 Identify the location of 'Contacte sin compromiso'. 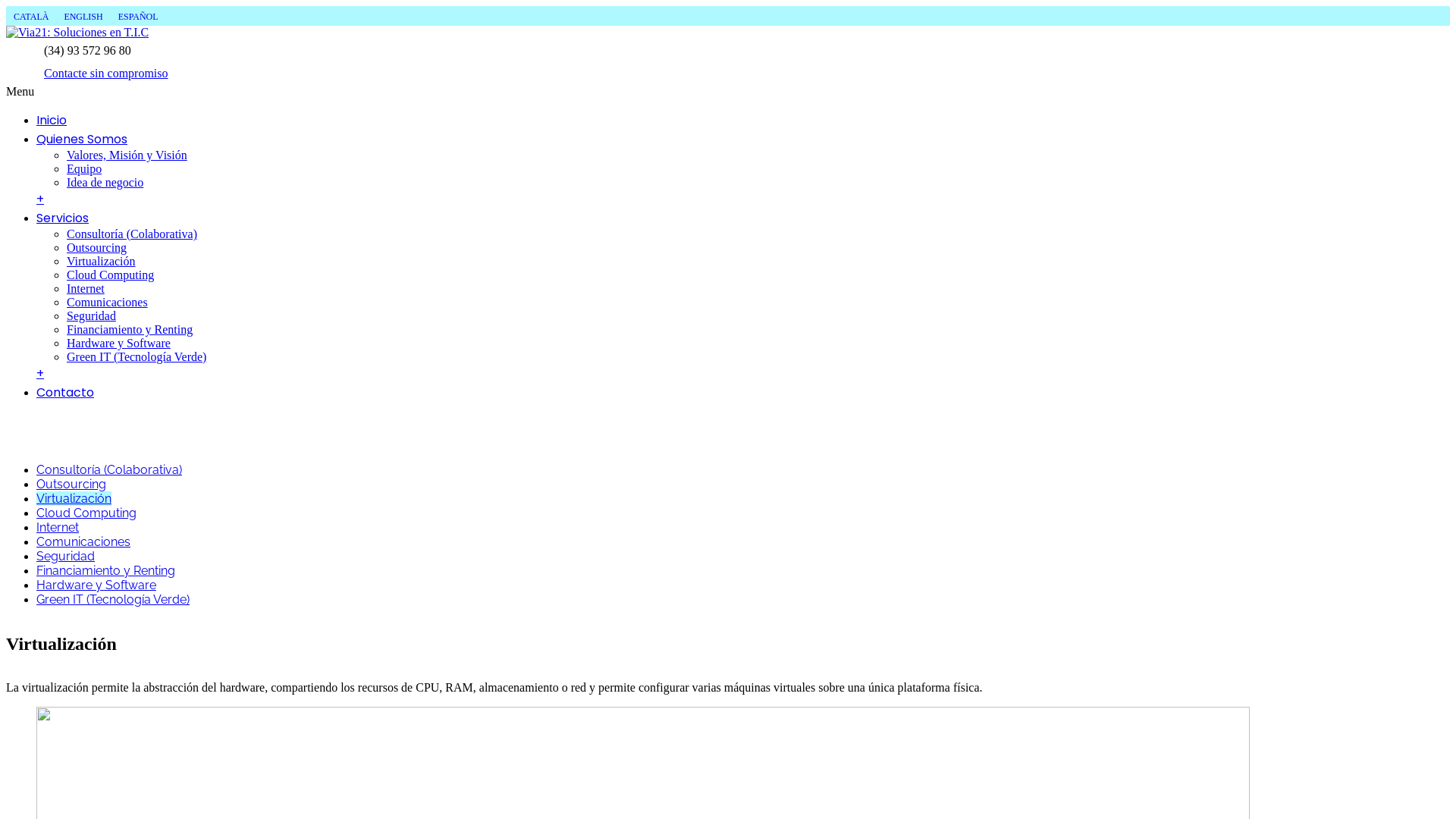
(105, 73).